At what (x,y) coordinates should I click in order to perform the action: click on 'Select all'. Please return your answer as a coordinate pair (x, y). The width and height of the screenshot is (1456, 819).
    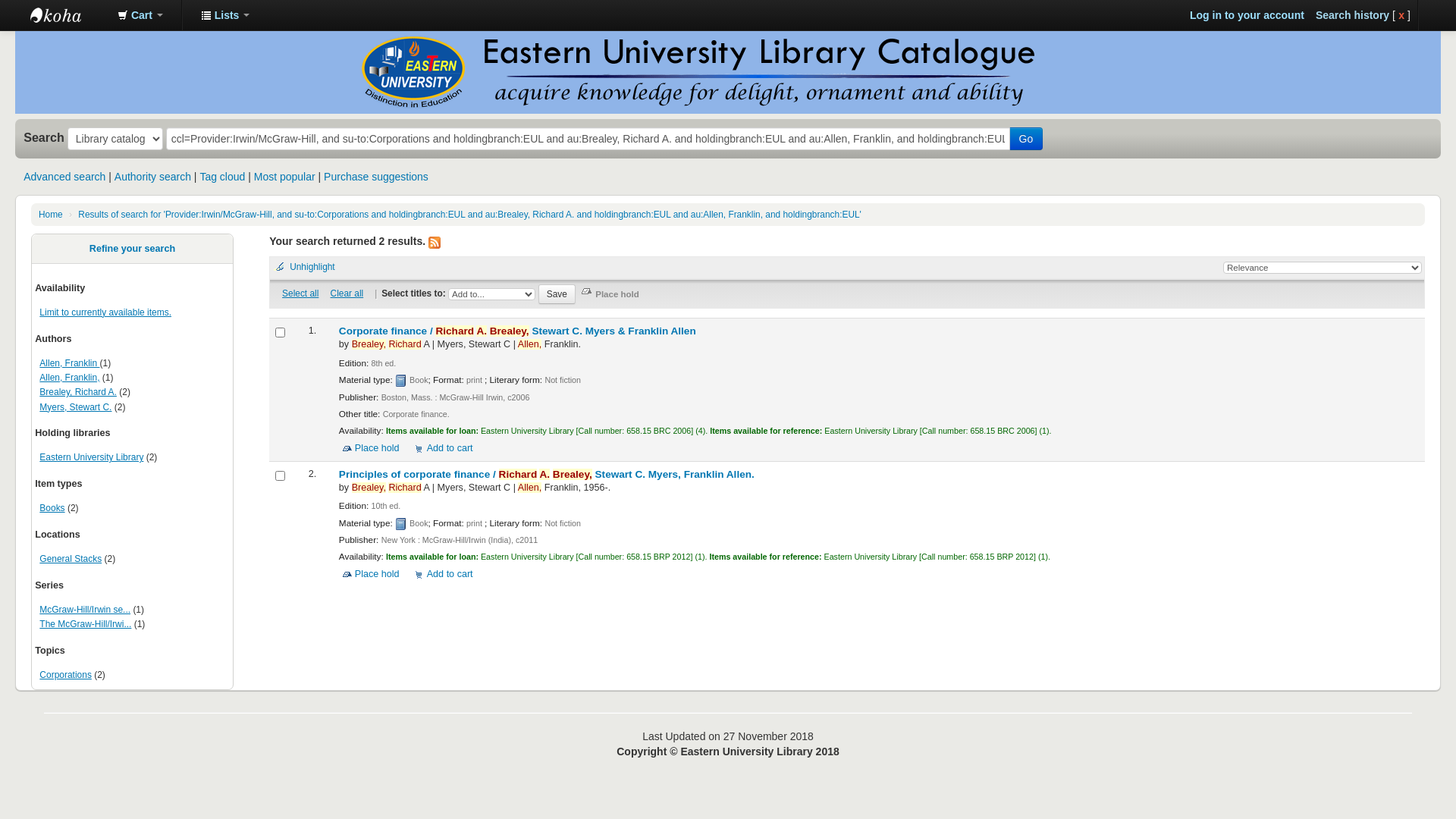
    Looking at the image, I should click on (300, 293).